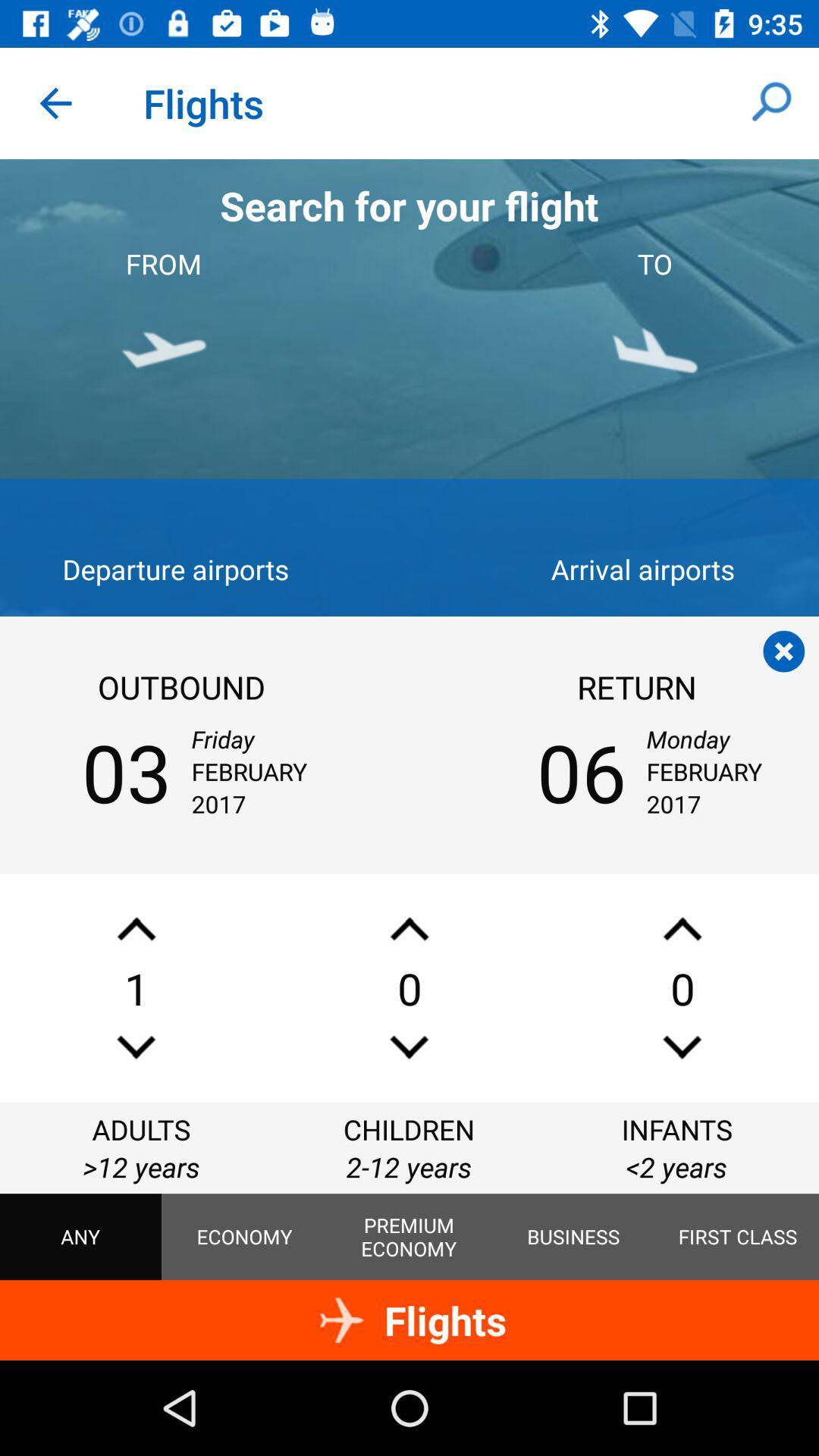  What do you see at coordinates (737, 1237) in the screenshot?
I see `icon to the right of business item` at bounding box center [737, 1237].